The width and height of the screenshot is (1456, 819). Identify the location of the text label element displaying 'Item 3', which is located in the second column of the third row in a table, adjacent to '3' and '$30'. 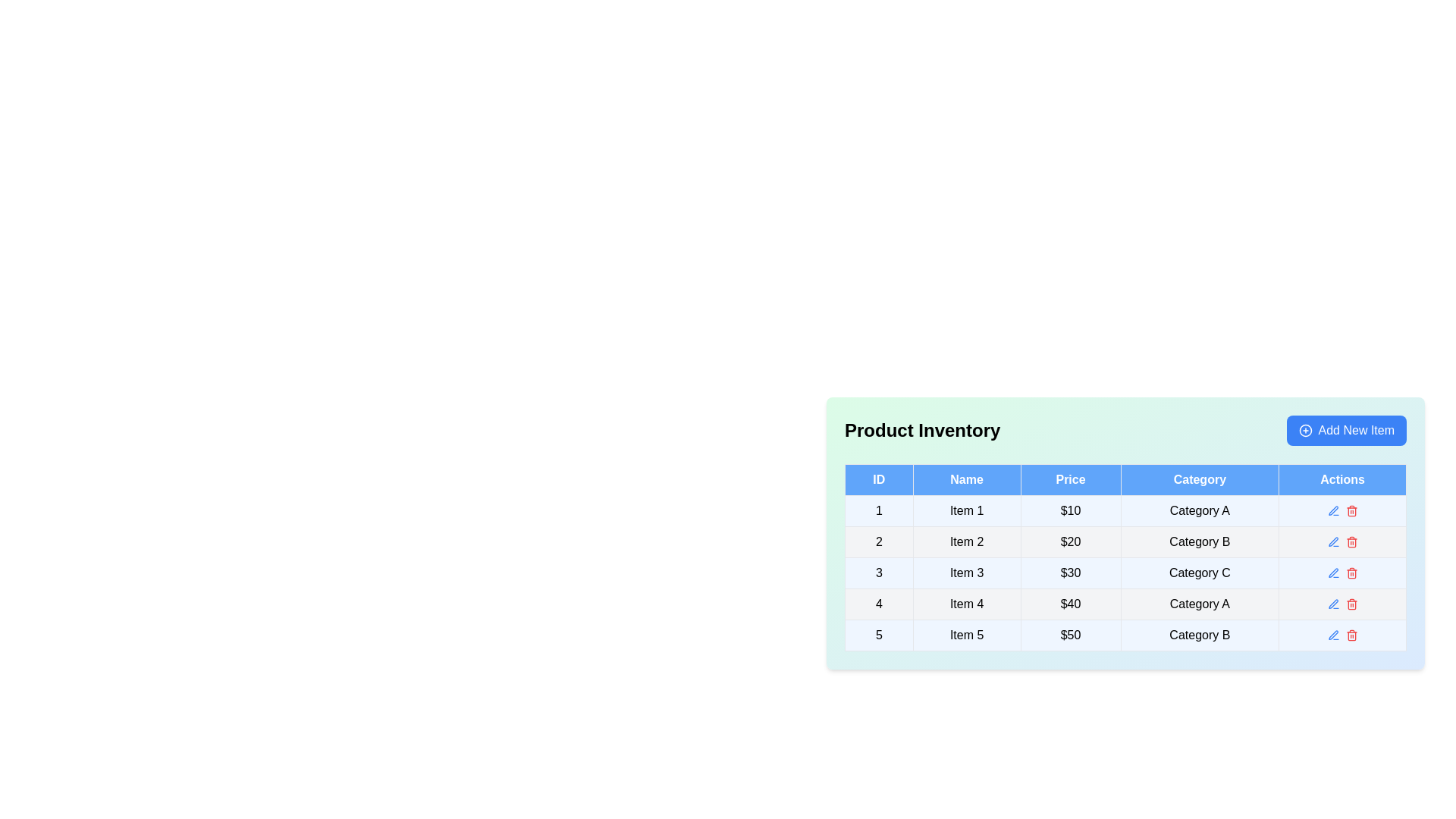
(966, 573).